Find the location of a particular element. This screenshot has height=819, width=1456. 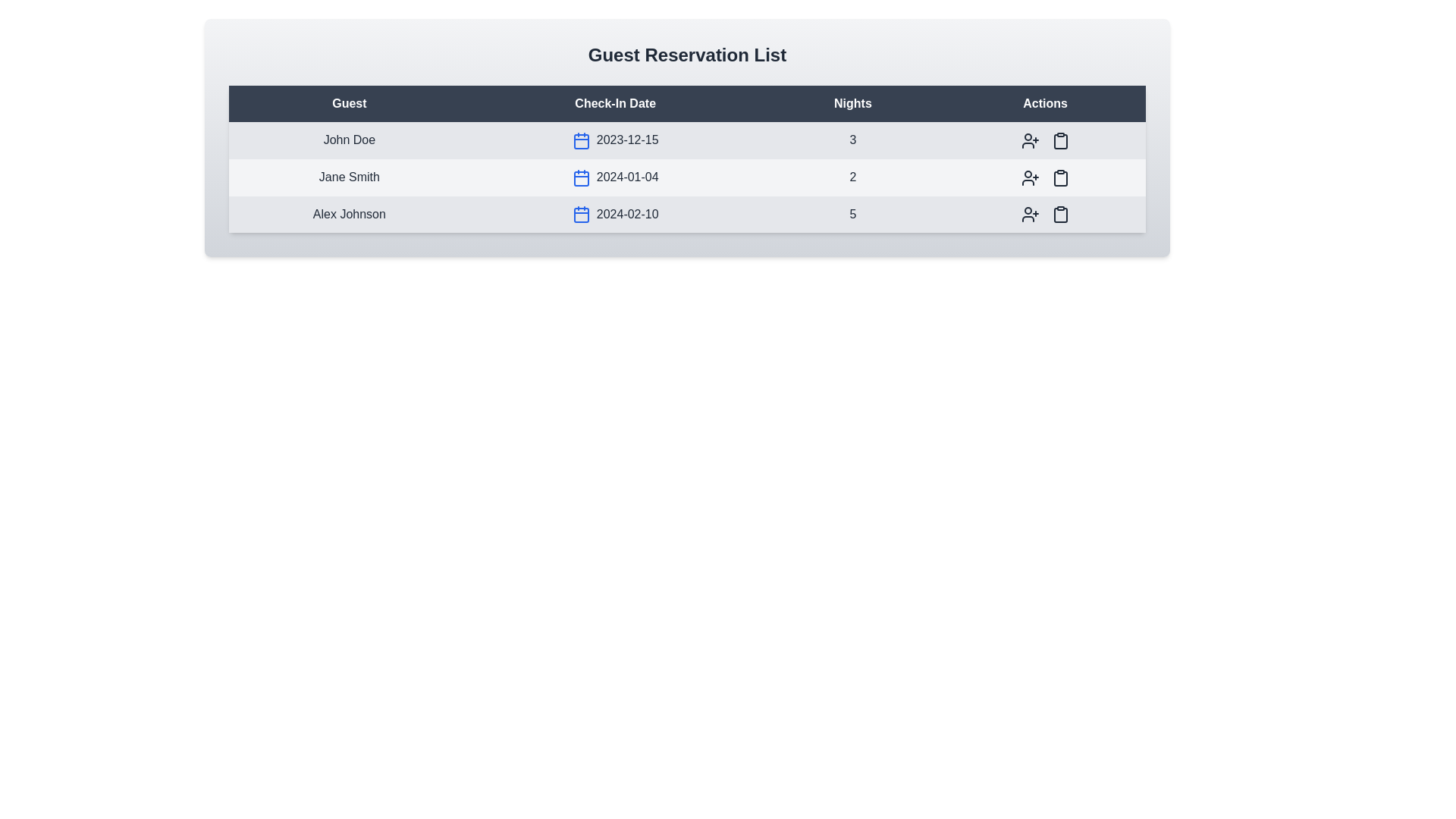

the 'Nights' column header in the table, which is the third column header located between 'Check-In Date' and 'Actions' is located at coordinates (852, 103).